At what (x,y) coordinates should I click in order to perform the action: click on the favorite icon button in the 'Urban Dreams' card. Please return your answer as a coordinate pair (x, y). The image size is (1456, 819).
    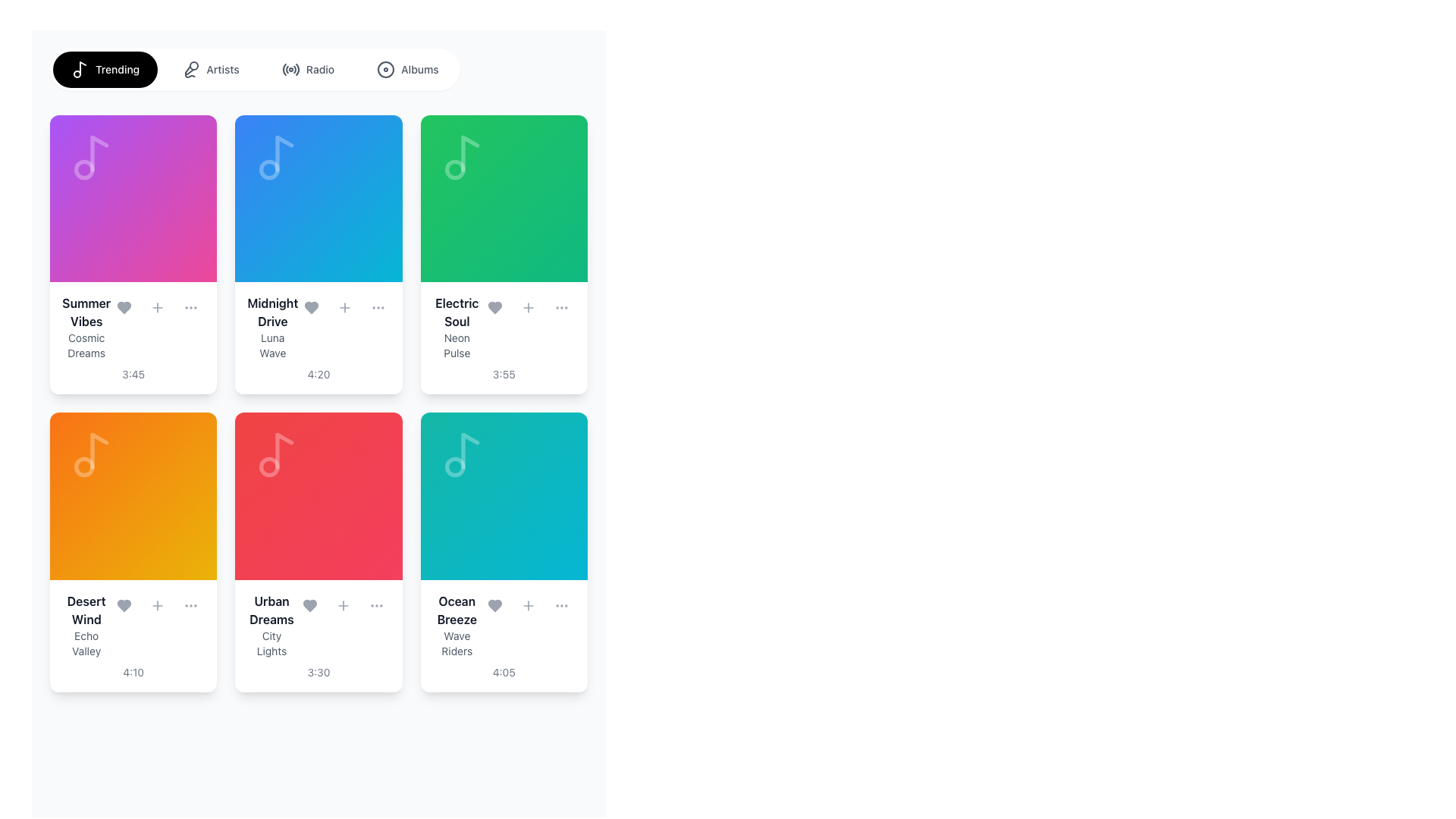
    Looking at the image, I should click on (309, 604).